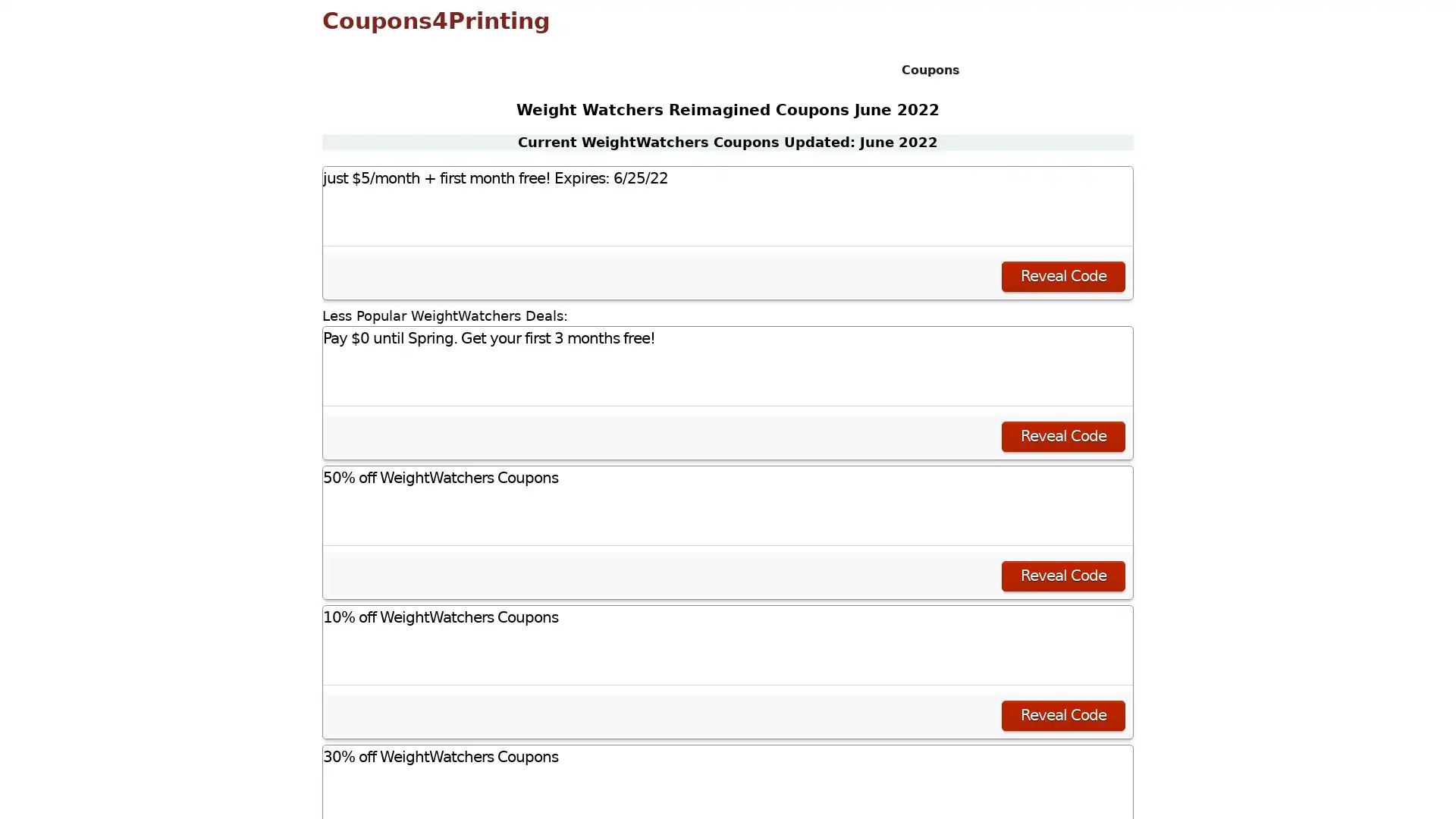 The width and height of the screenshot is (1456, 819). What do you see at coordinates (1062, 714) in the screenshot?
I see `Reveal Code` at bounding box center [1062, 714].